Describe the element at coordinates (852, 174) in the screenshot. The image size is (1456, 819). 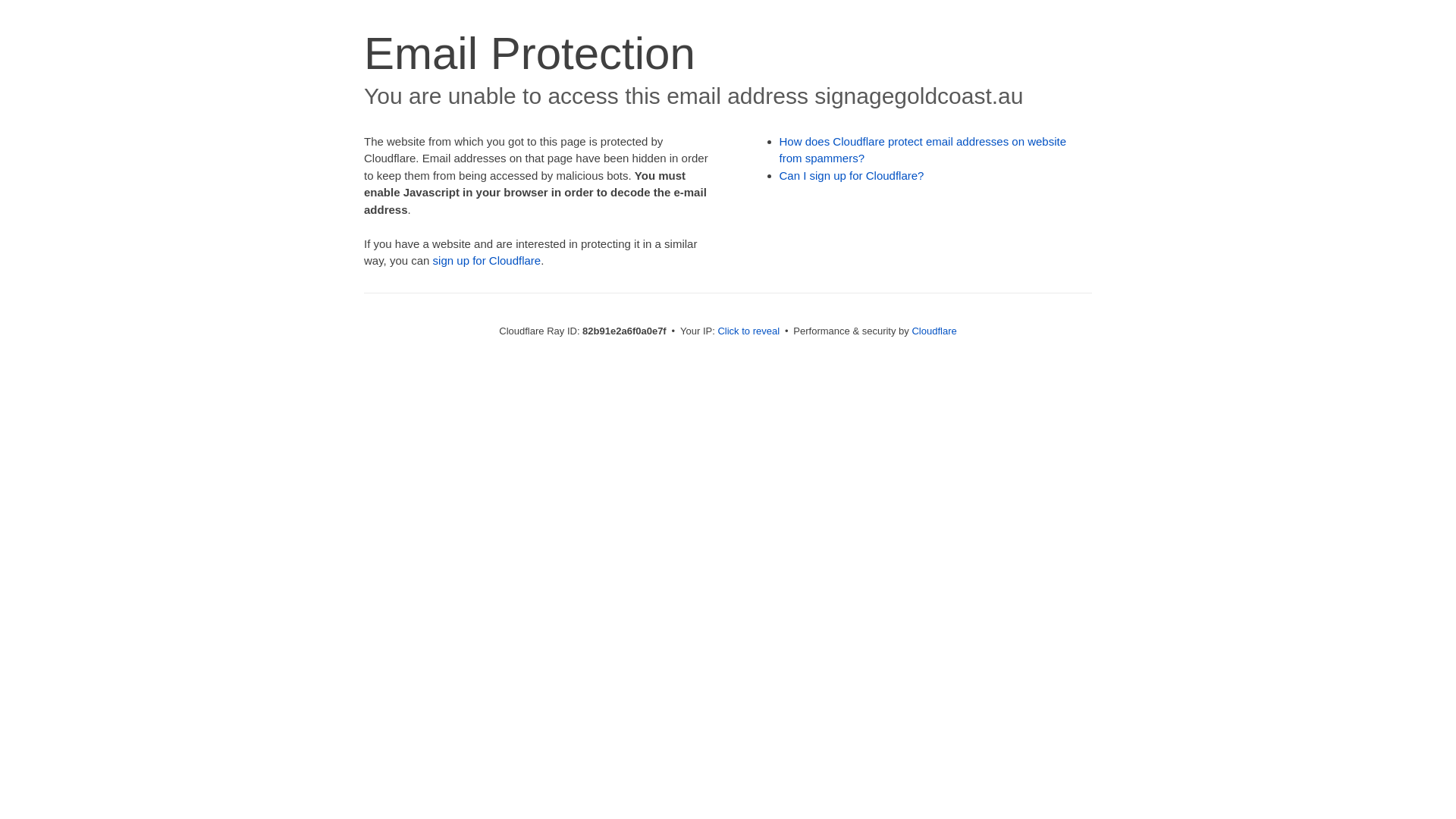
I see `'Can I sign up for Cloudflare?'` at that location.